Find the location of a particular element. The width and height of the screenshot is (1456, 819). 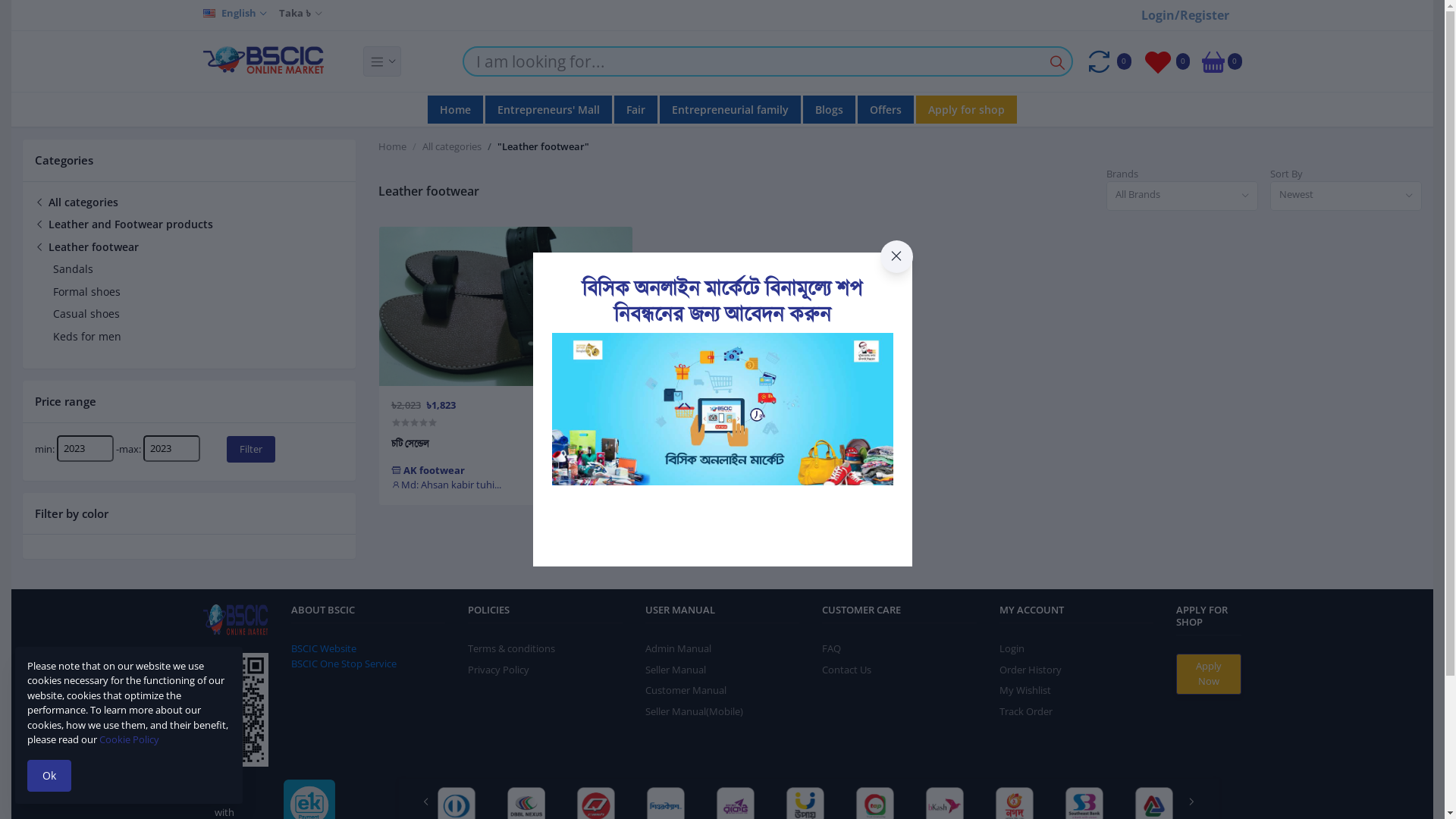

'Entrepreneurial family' is located at coordinates (730, 108).